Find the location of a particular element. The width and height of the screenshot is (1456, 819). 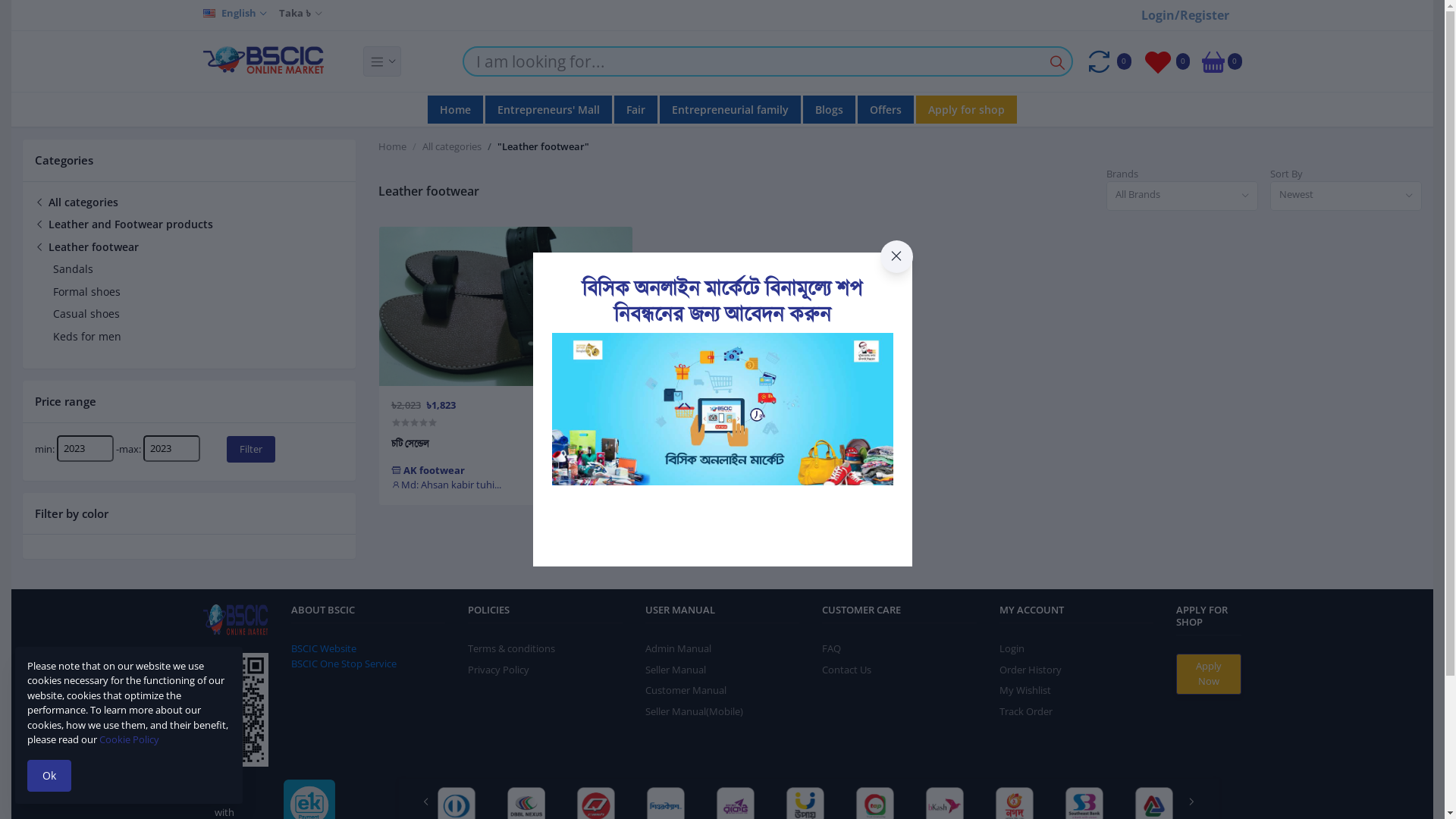

'Entrepreneurial family' is located at coordinates (730, 108).